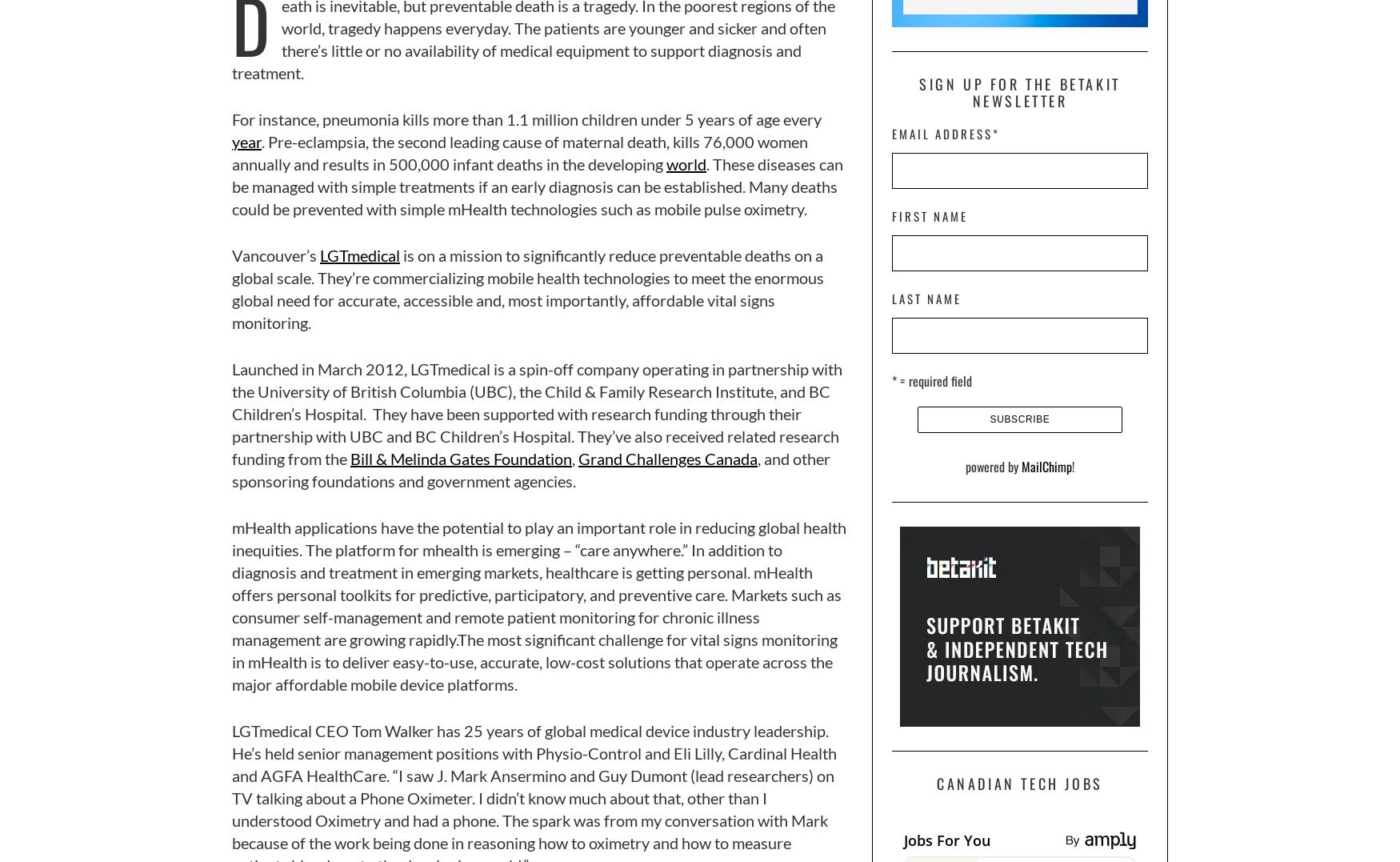  I want to click on 'MailChimp', so click(1046, 465).